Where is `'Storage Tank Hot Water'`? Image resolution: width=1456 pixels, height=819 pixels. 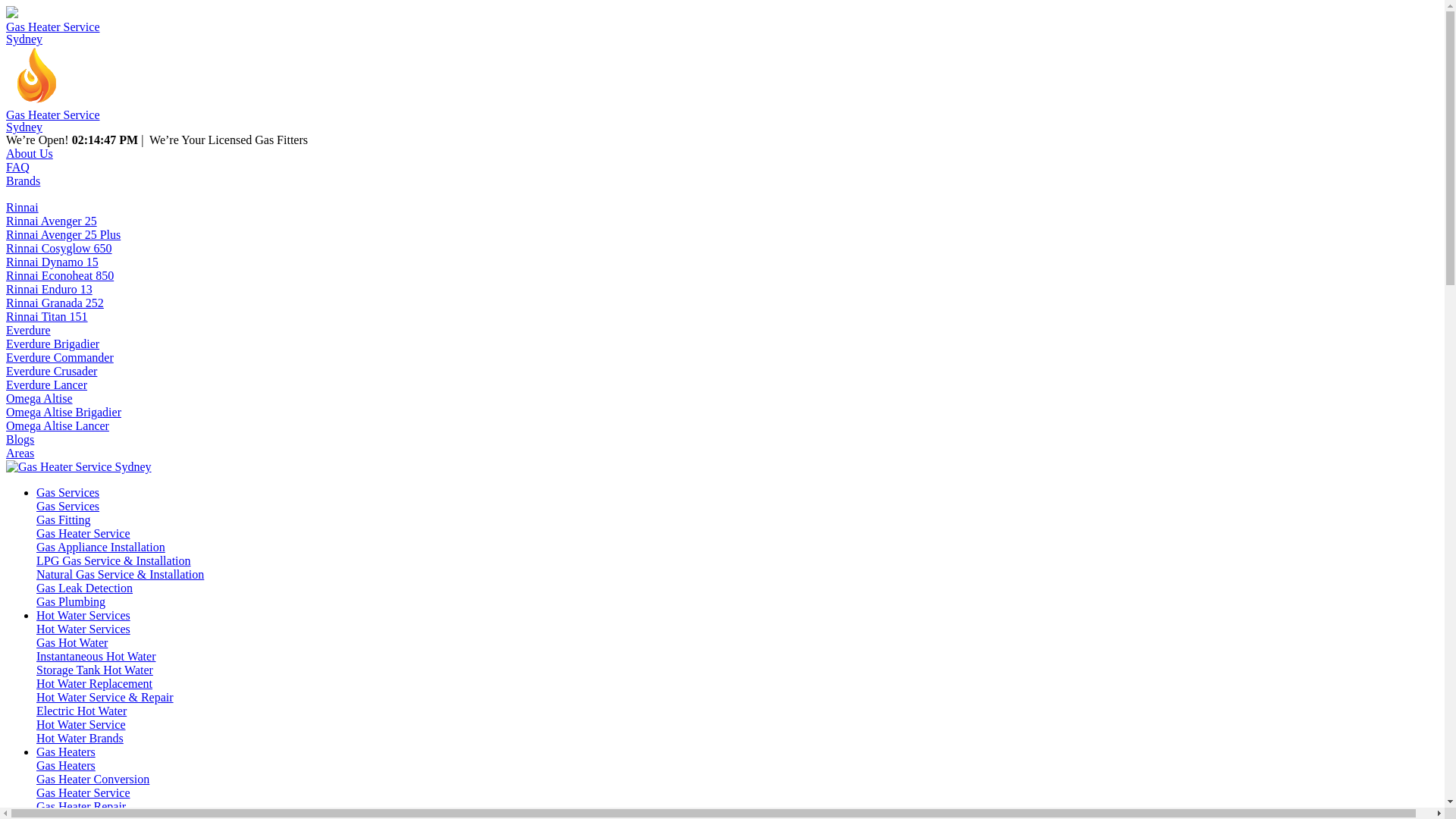
'Storage Tank Hot Water' is located at coordinates (93, 669).